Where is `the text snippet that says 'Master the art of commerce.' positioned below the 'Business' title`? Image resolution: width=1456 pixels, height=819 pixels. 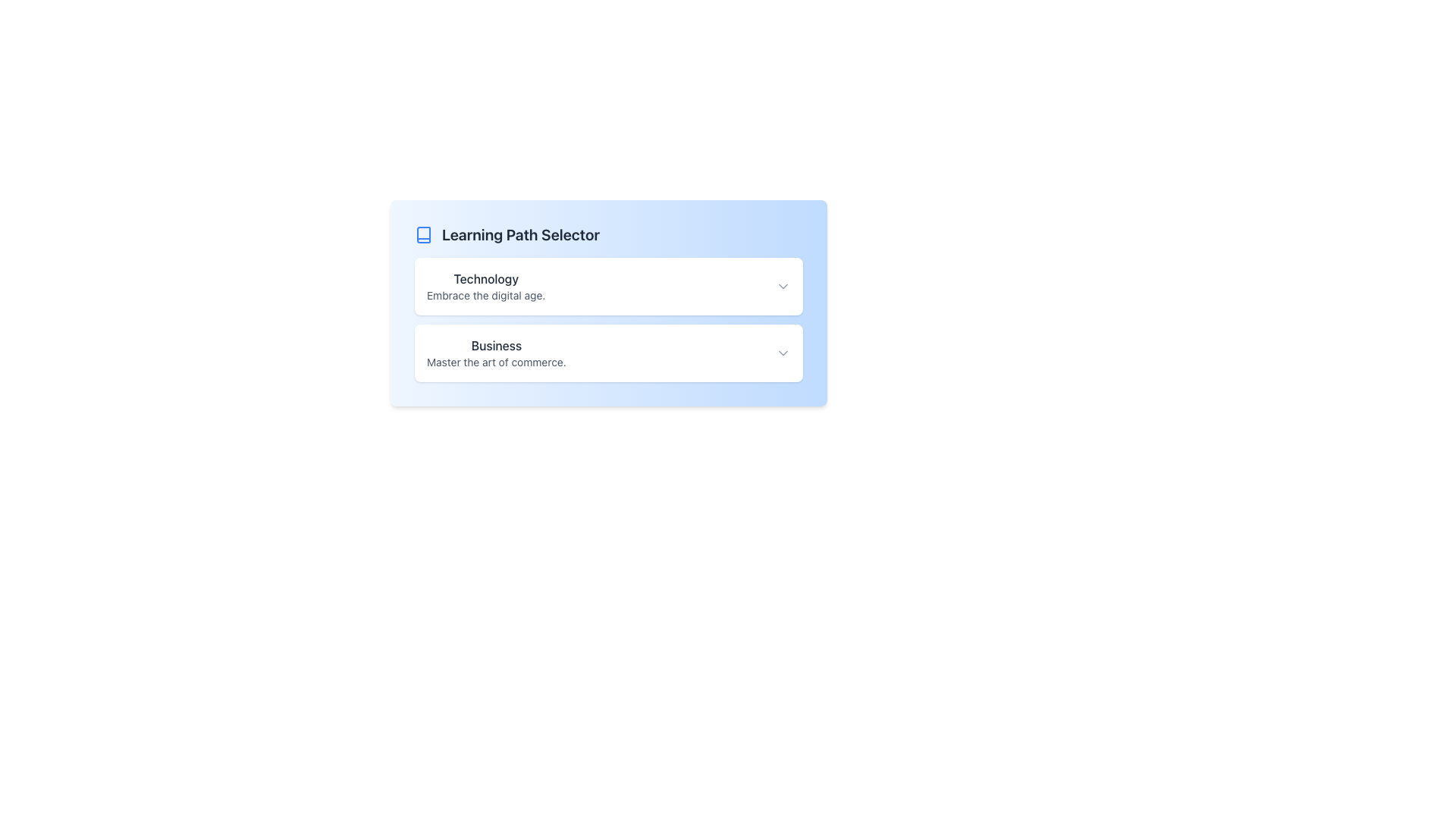 the text snippet that says 'Master the art of commerce.' positioned below the 'Business' title is located at coordinates (496, 362).